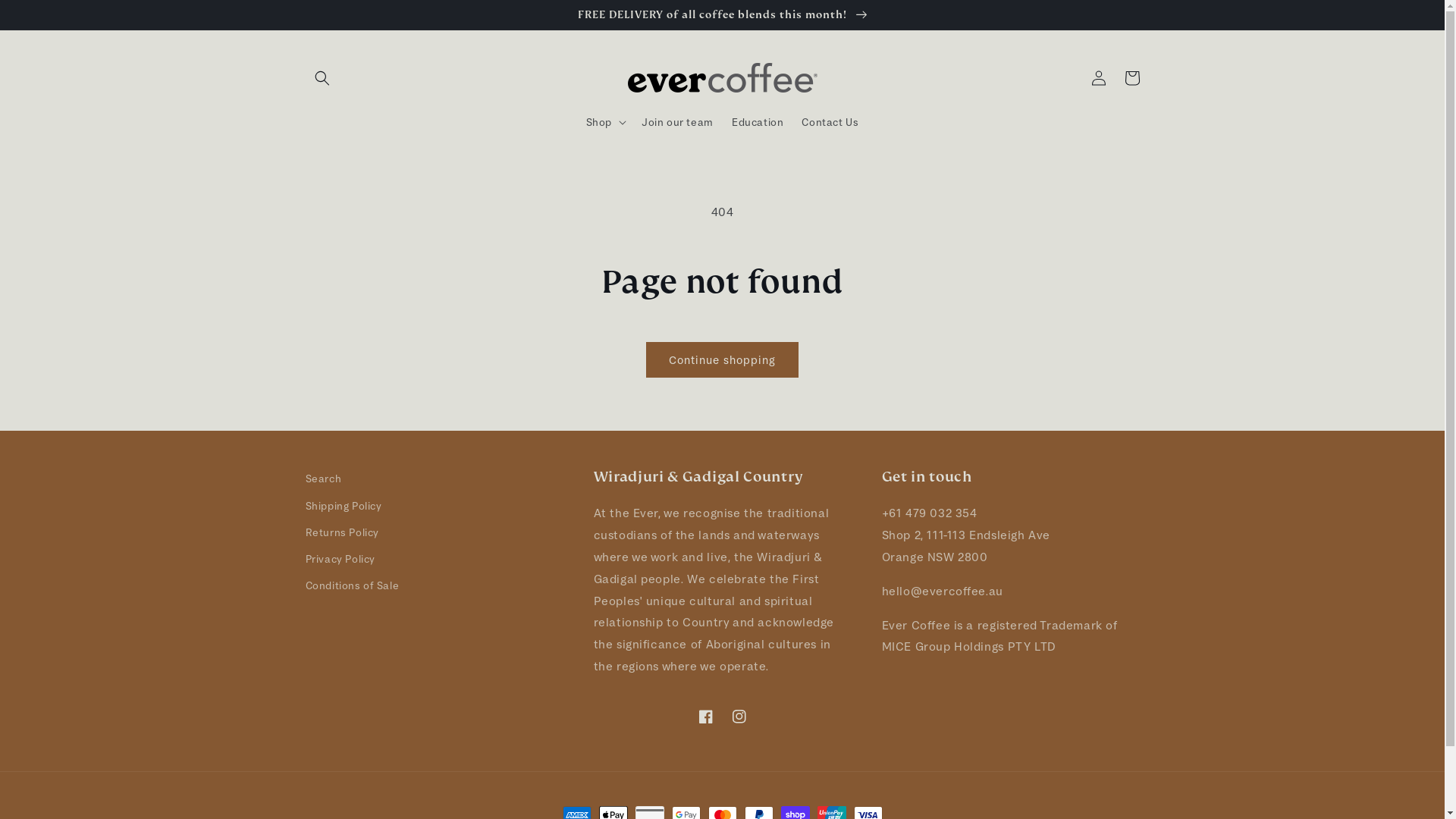  Describe the element at coordinates (1080, 78) in the screenshot. I see `'Log in'` at that location.